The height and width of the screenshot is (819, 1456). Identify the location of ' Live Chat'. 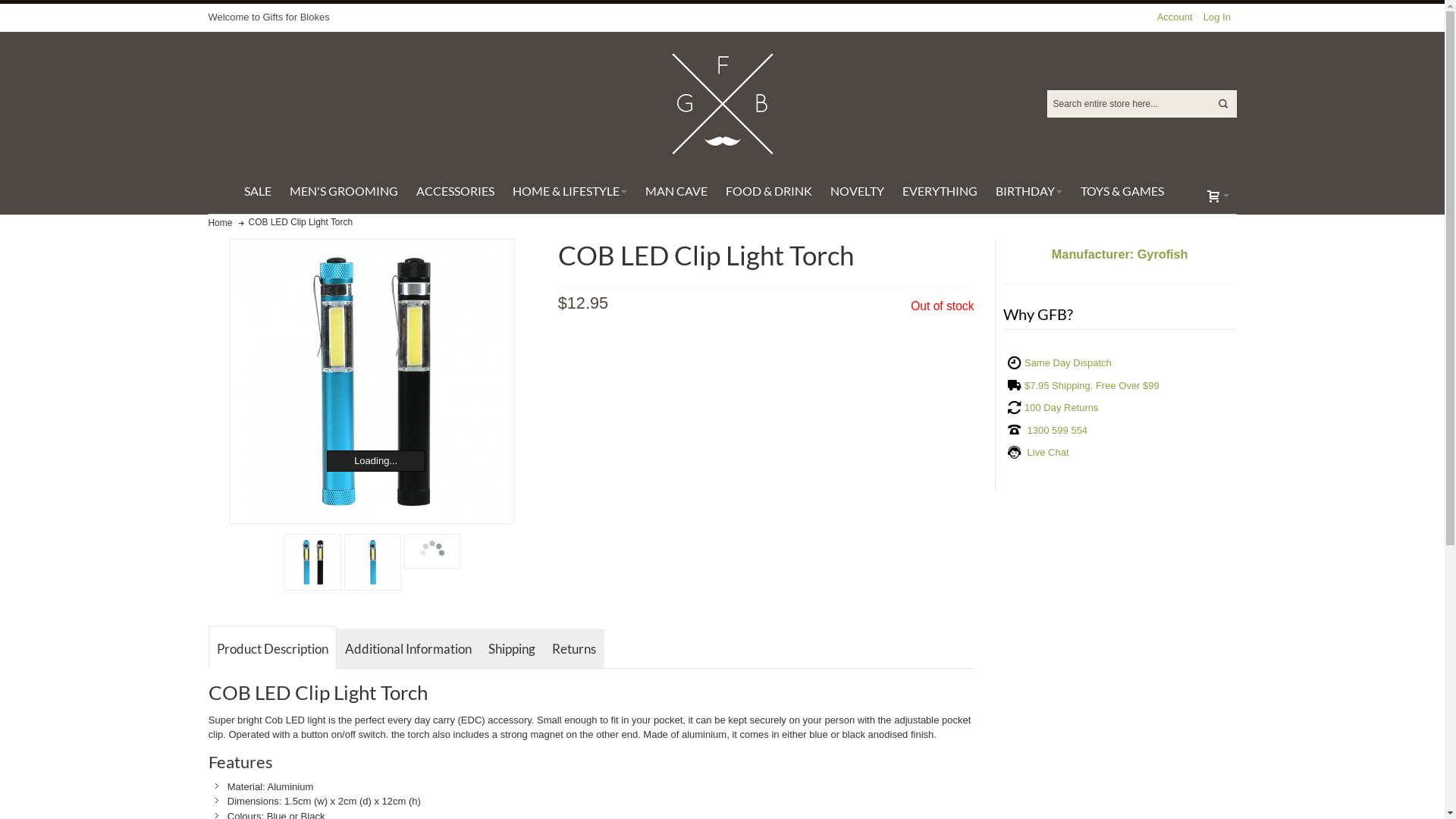
(1046, 451).